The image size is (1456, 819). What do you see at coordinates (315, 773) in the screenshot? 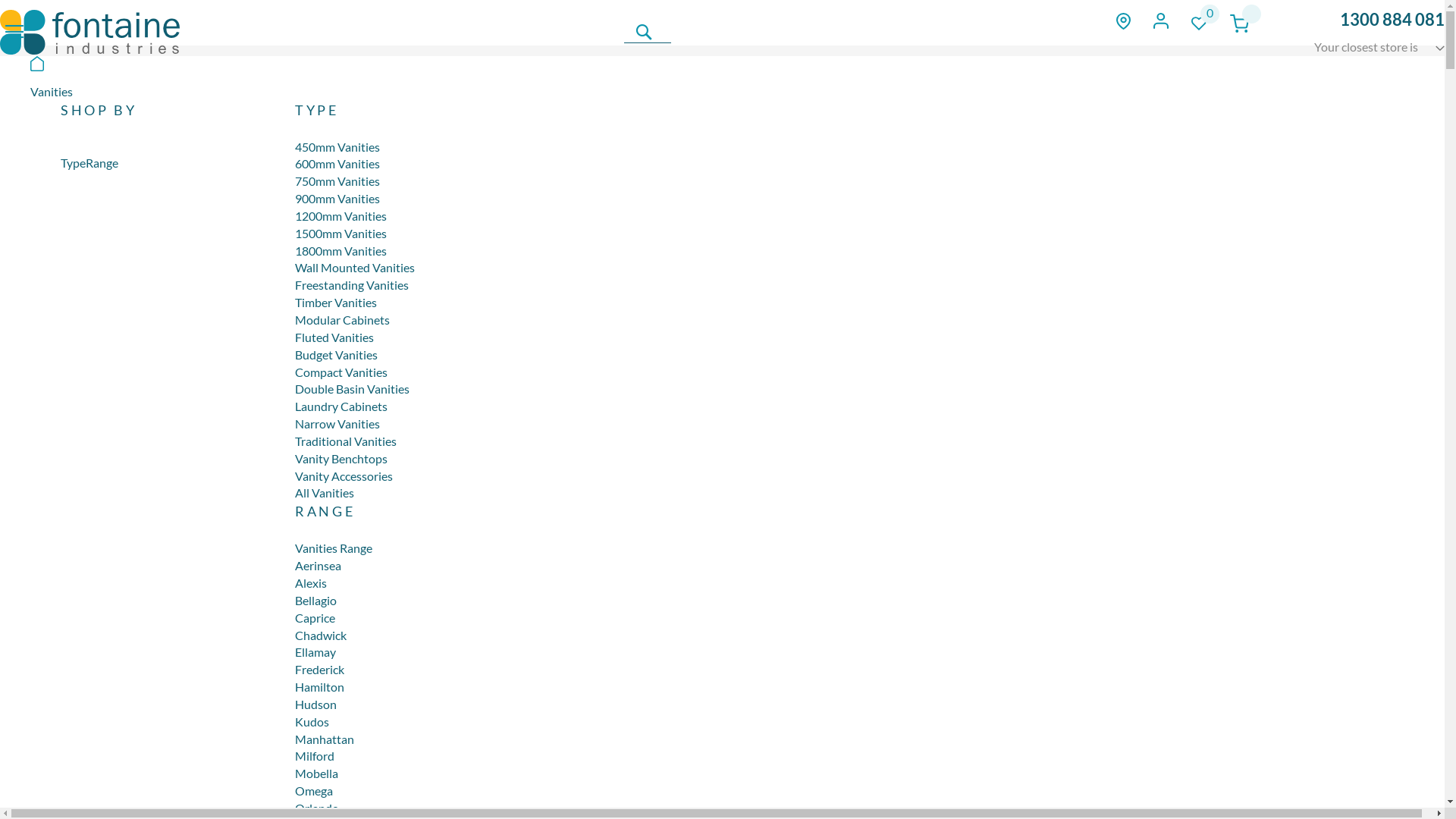
I see `'Mobella'` at bounding box center [315, 773].